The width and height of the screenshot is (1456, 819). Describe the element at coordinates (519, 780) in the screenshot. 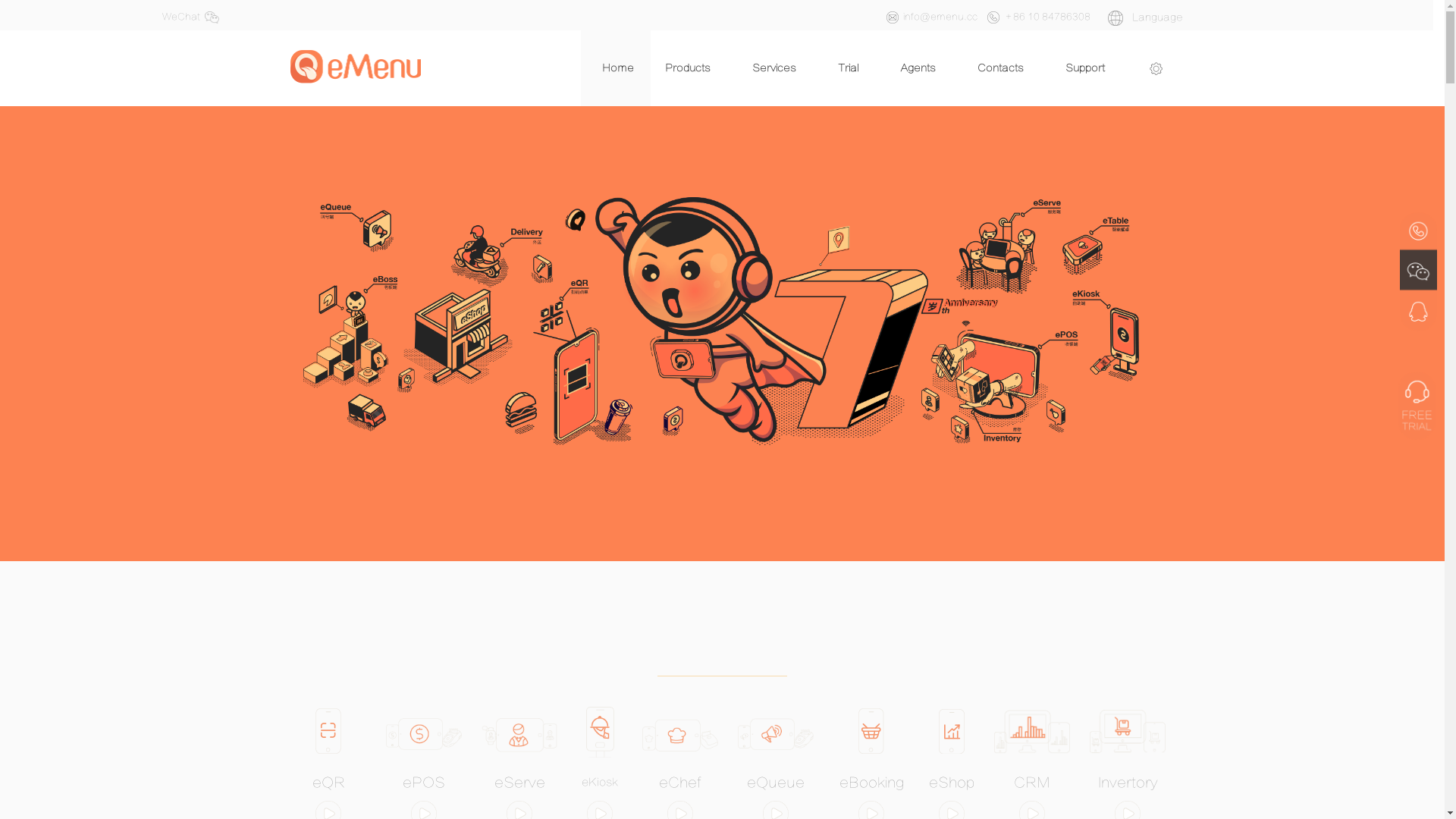

I see `'eServe'` at that location.